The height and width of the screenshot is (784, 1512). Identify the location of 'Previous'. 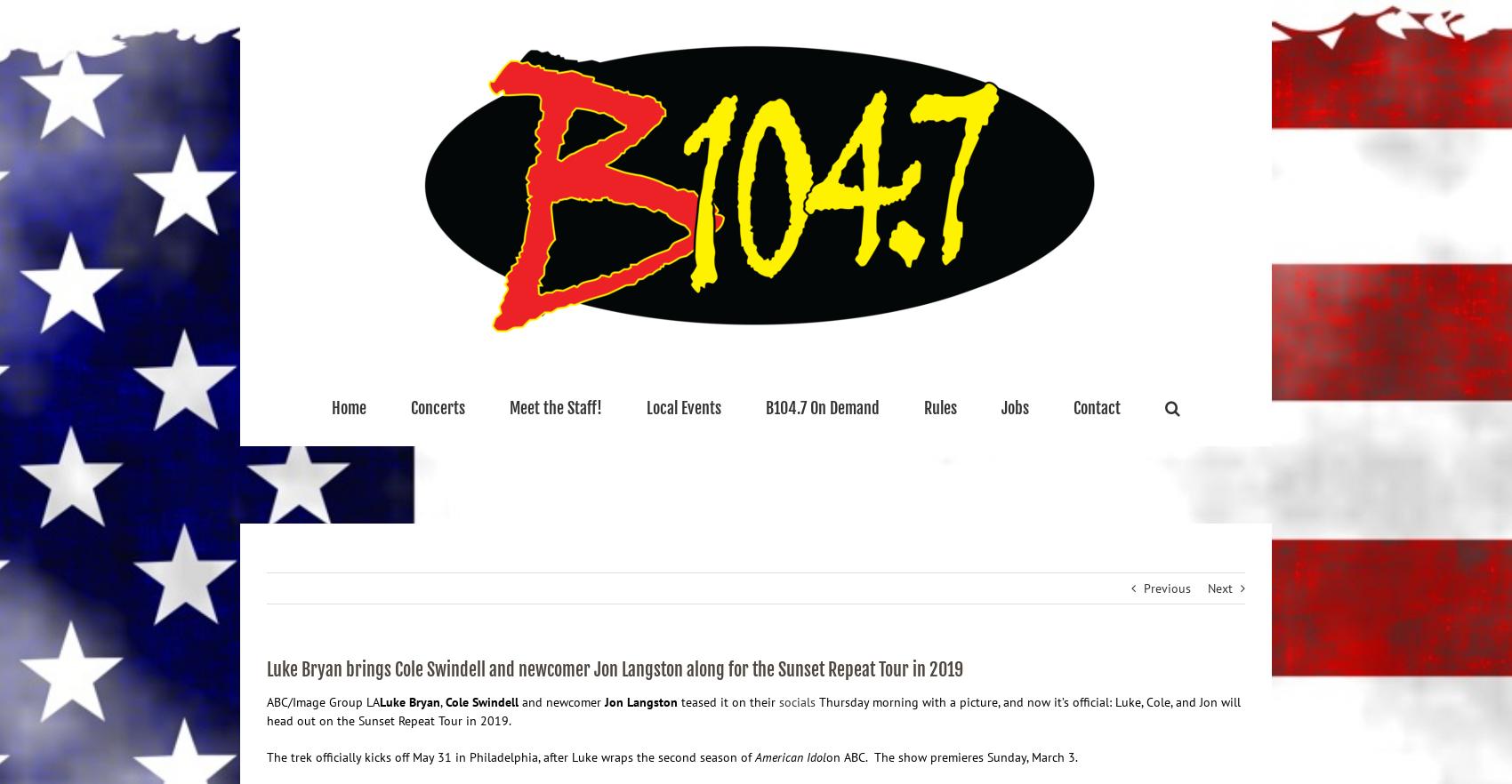
(1167, 588).